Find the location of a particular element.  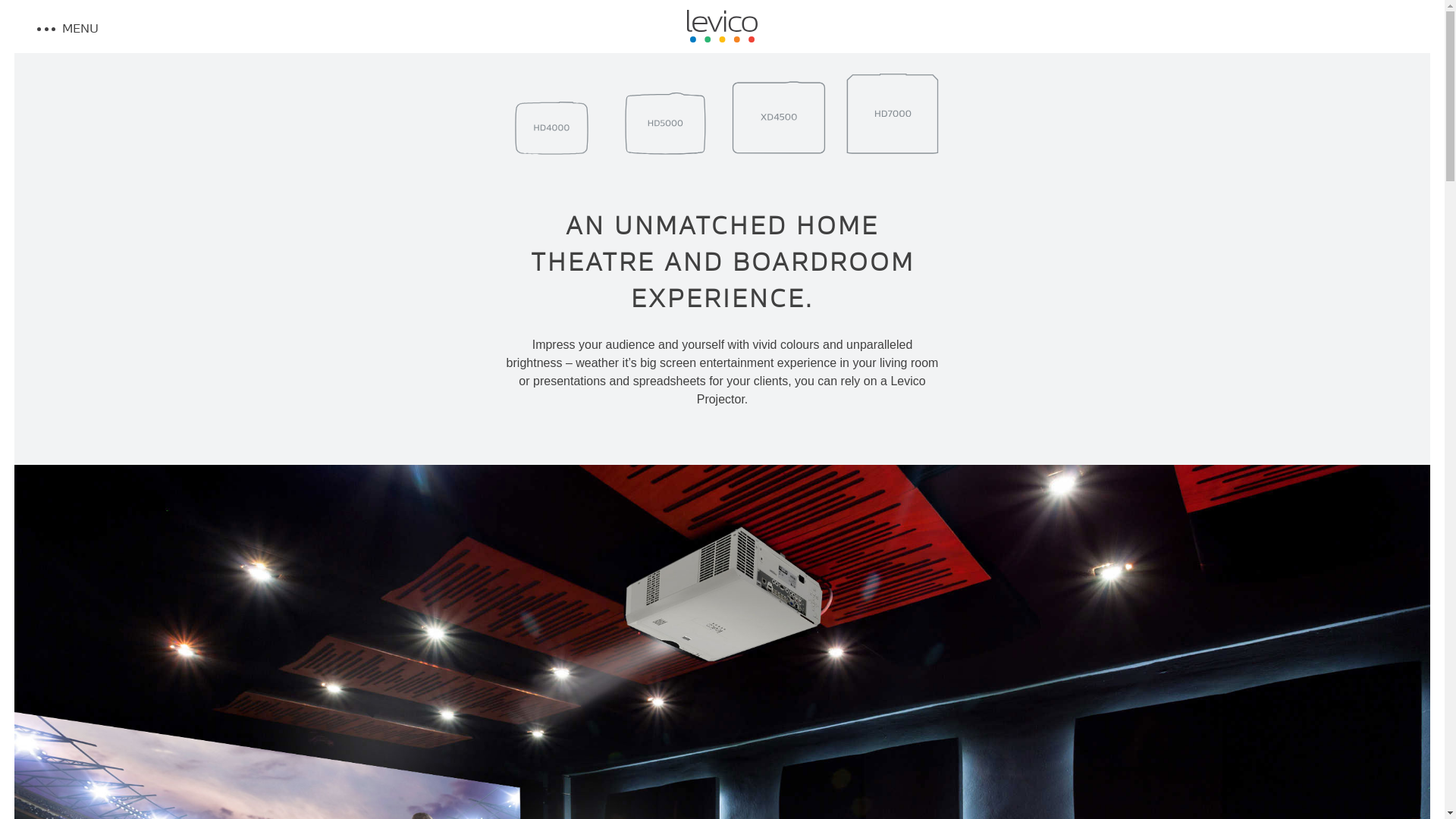

'0' is located at coordinates (892, 115).